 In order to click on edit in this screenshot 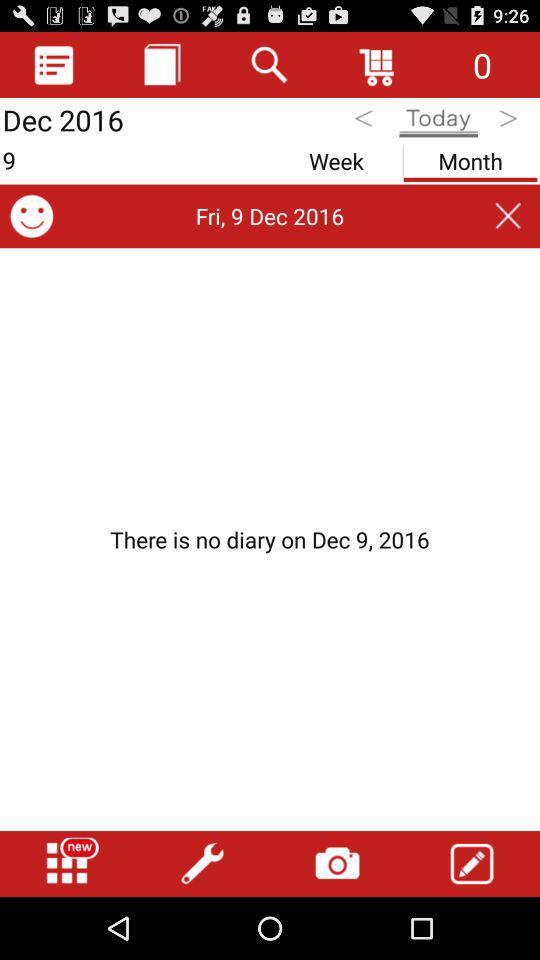, I will do `click(472, 863)`.